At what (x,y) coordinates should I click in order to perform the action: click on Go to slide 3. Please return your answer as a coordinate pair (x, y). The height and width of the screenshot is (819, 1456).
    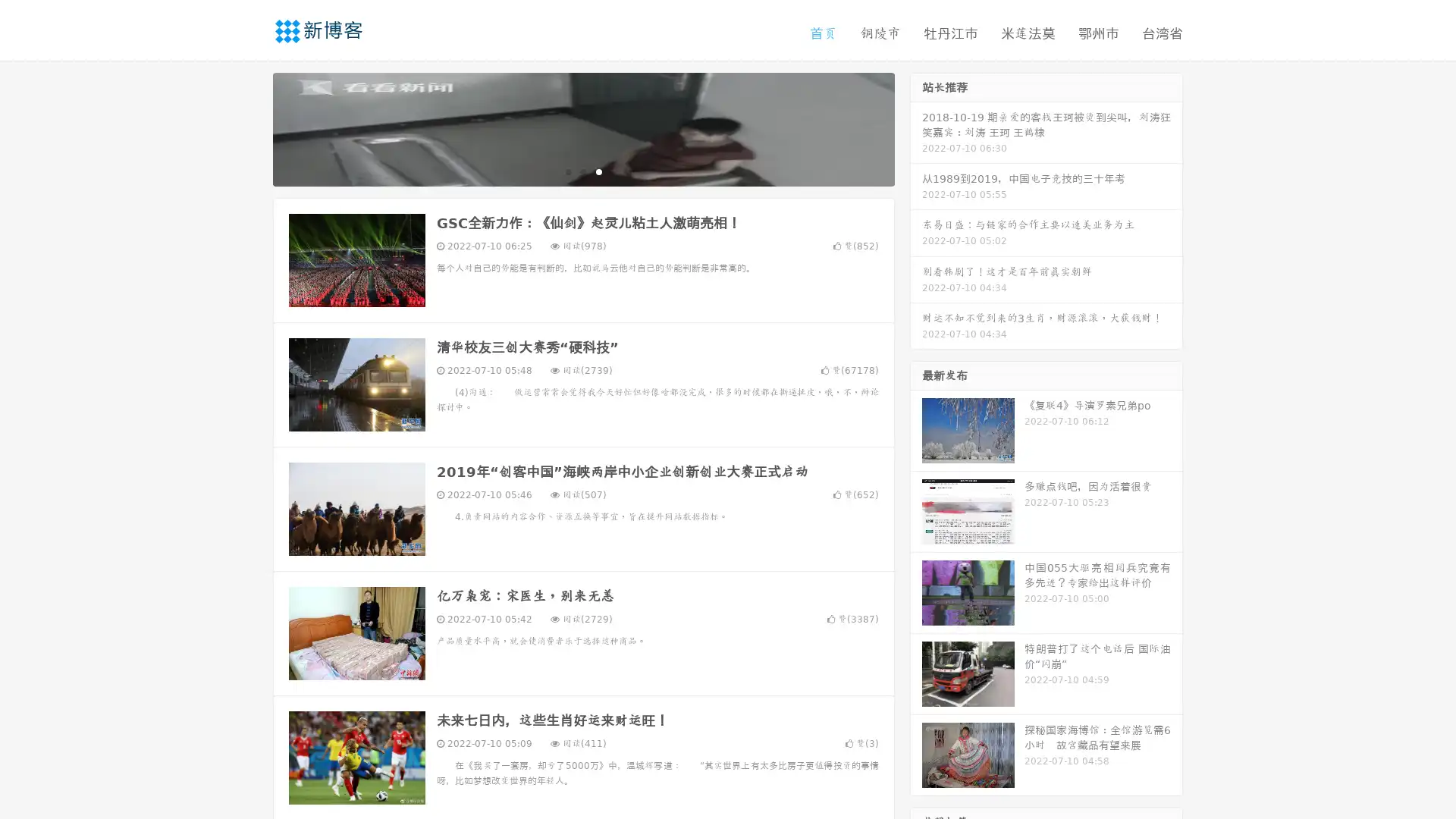
    Looking at the image, I should click on (598, 171).